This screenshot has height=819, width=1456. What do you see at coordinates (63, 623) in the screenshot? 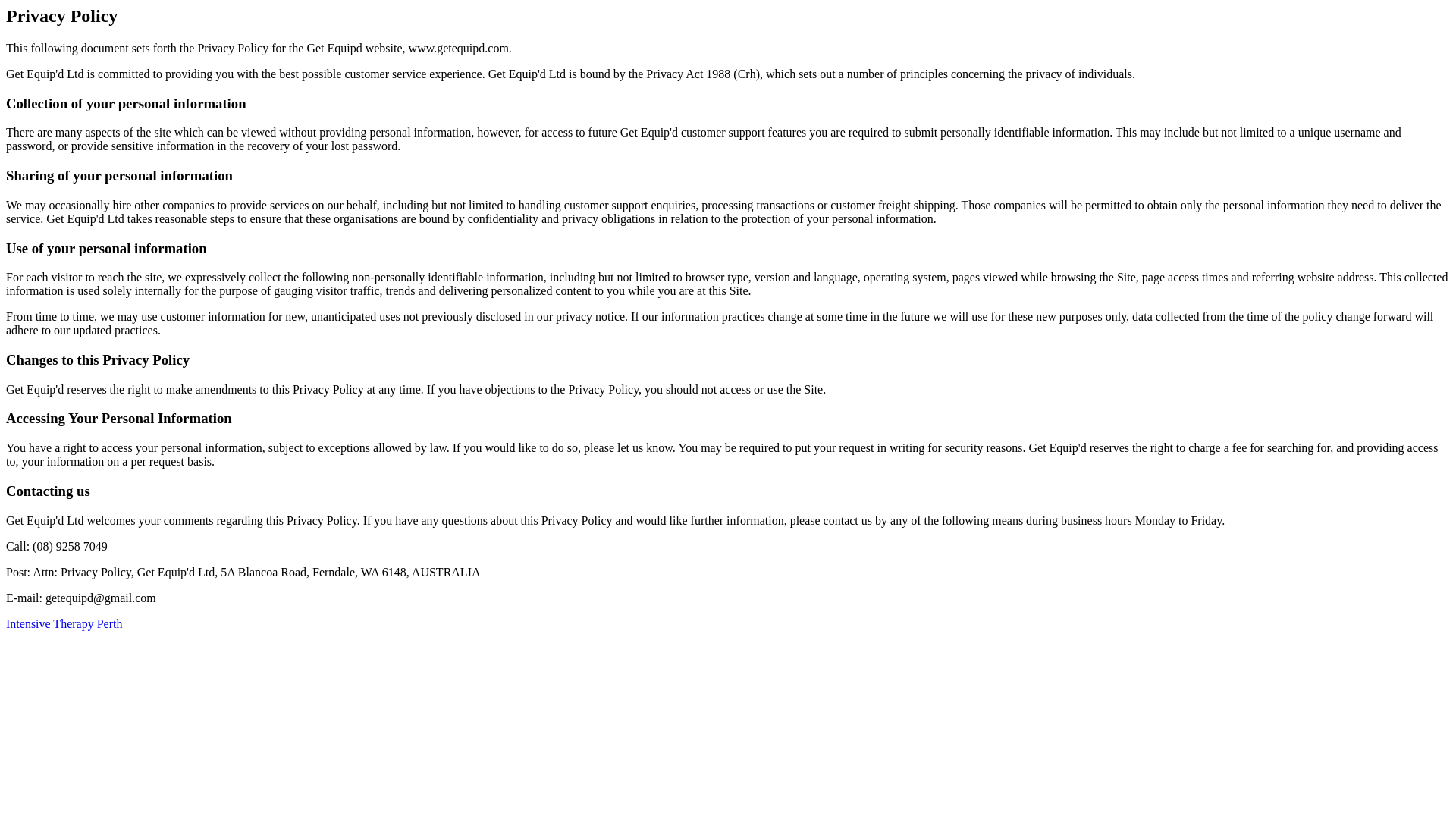
I see `'Intensive Therapy Perth'` at bounding box center [63, 623].